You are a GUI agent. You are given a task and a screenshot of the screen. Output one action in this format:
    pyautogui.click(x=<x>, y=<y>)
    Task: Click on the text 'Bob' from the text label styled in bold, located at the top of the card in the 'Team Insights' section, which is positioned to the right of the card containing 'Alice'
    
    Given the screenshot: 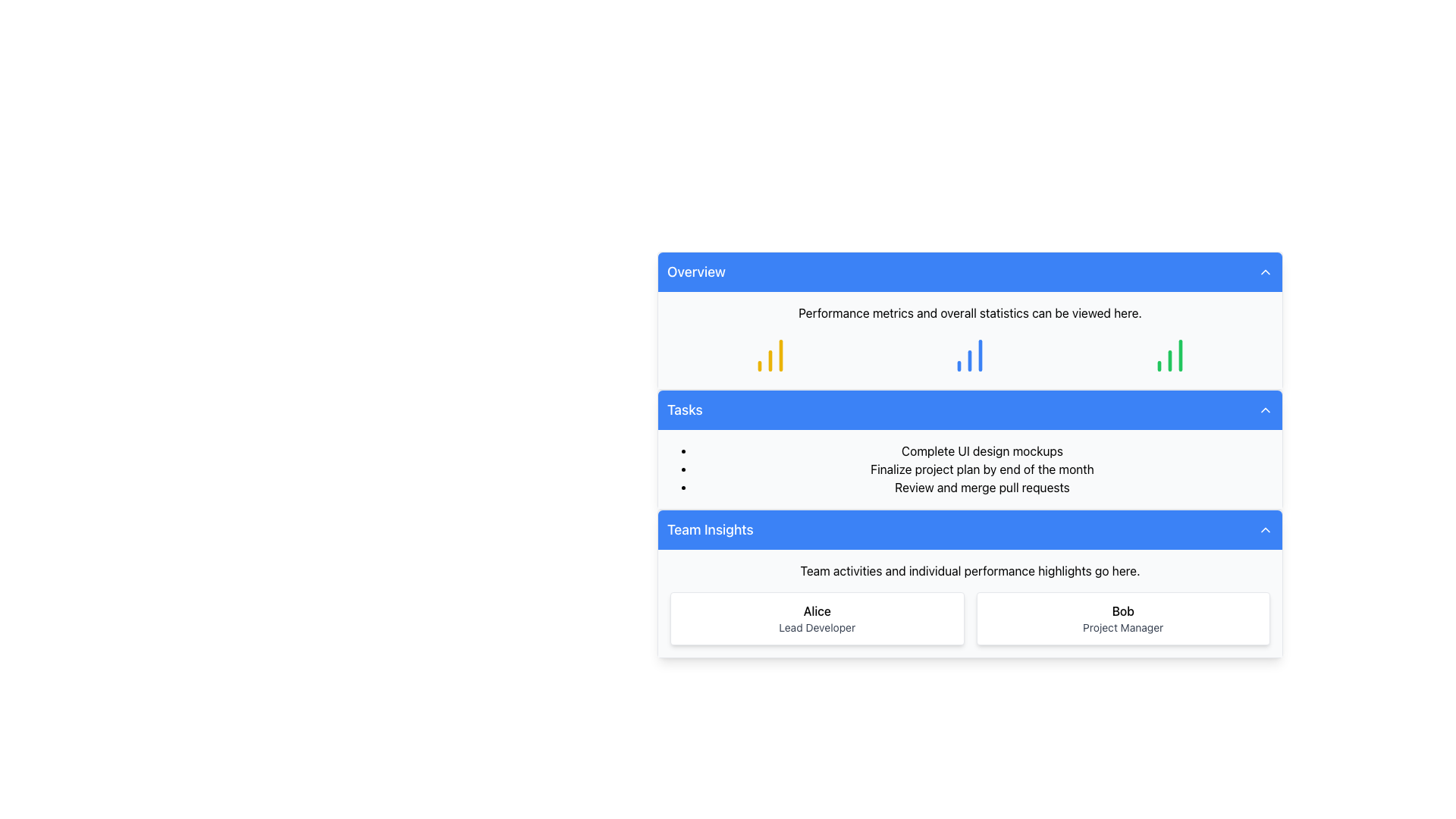 What is the action you would take?
    pyautogui.click(x=1123, y=610)
    